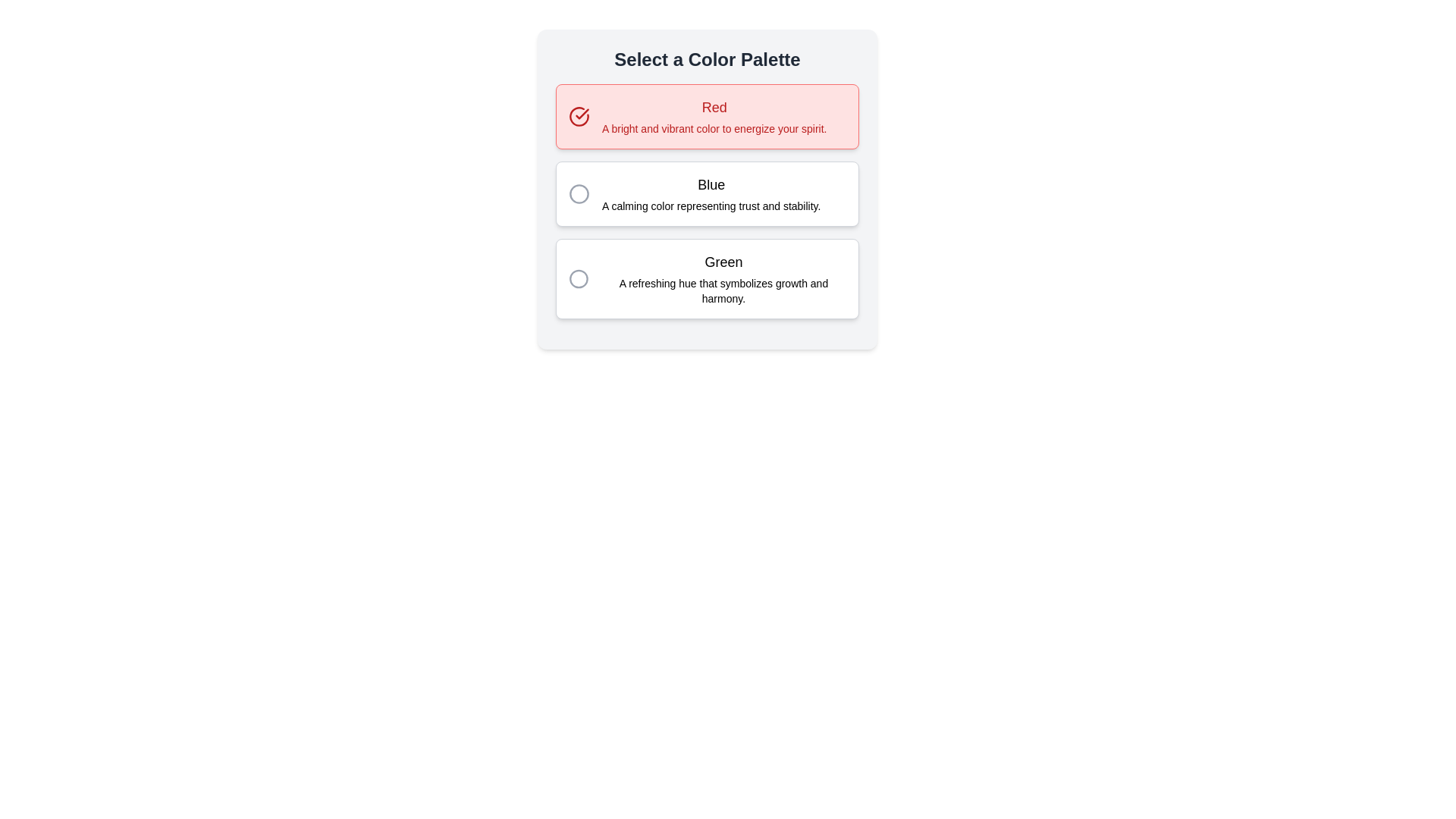  I want to click on text label for the 'Red' selection card located in the first selection card under the header 'Select a Color Palette', so click(714, 107).